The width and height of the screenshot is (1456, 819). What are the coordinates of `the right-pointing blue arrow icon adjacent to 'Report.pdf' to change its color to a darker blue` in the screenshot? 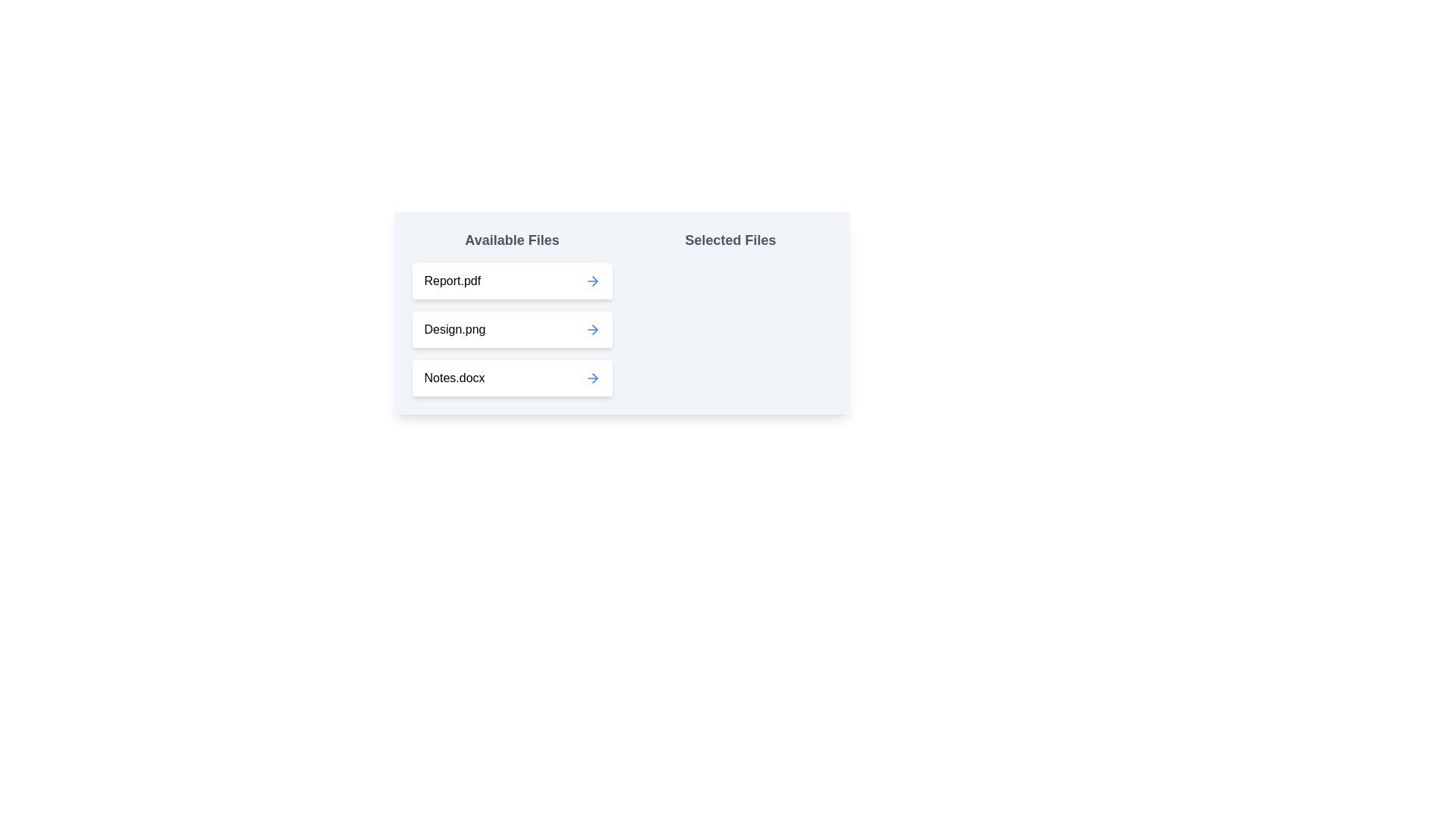 It's located at (591, 281).